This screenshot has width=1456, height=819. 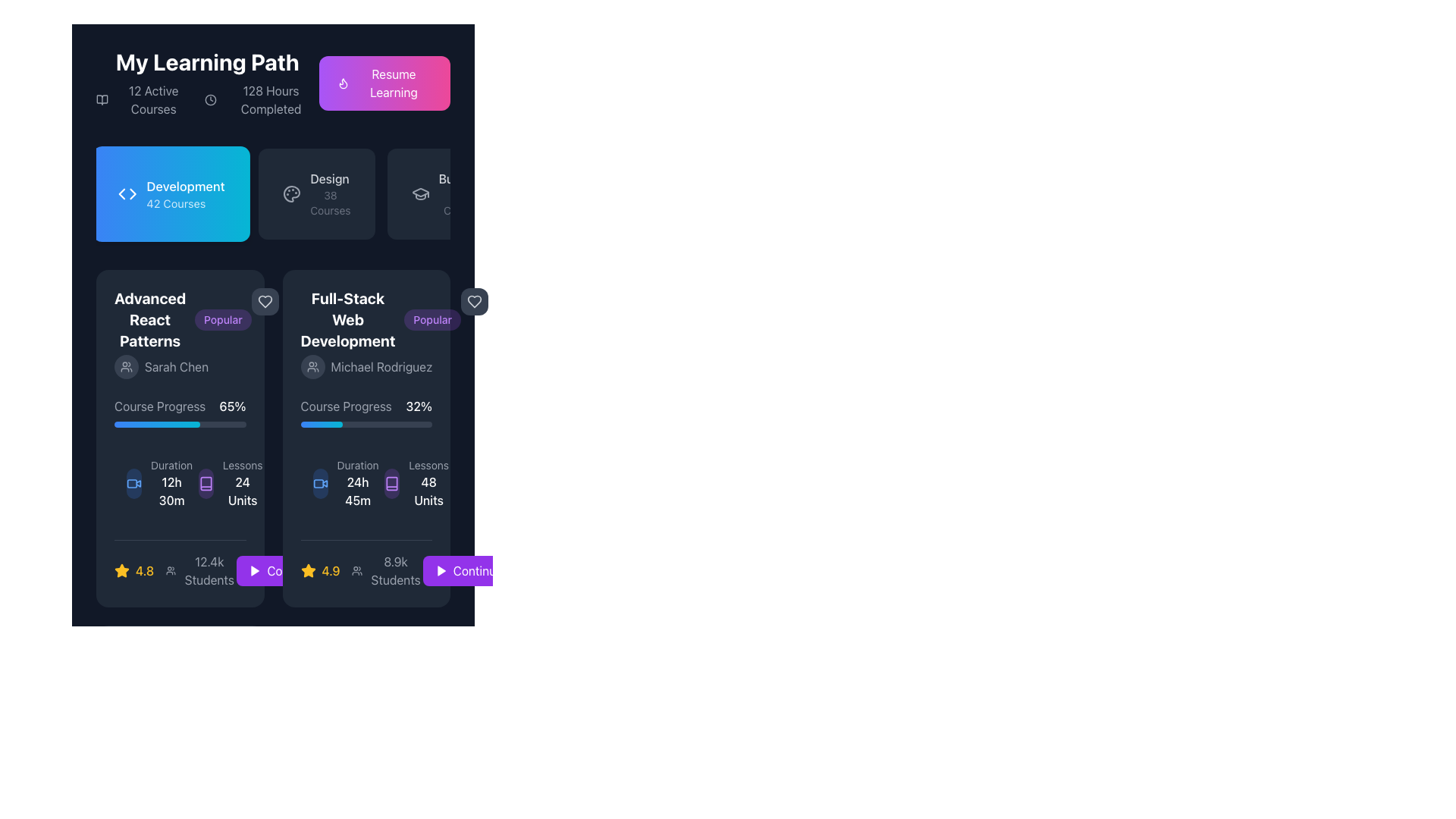 What do you see at coordinates (428, 464) in the screenshot?
I see `the Text label that describes the associated unit count '48 Units' within the 'Full-Stack Web Development' card, located distinctly in the bottom section of the card` at bounding box center [428, 464].